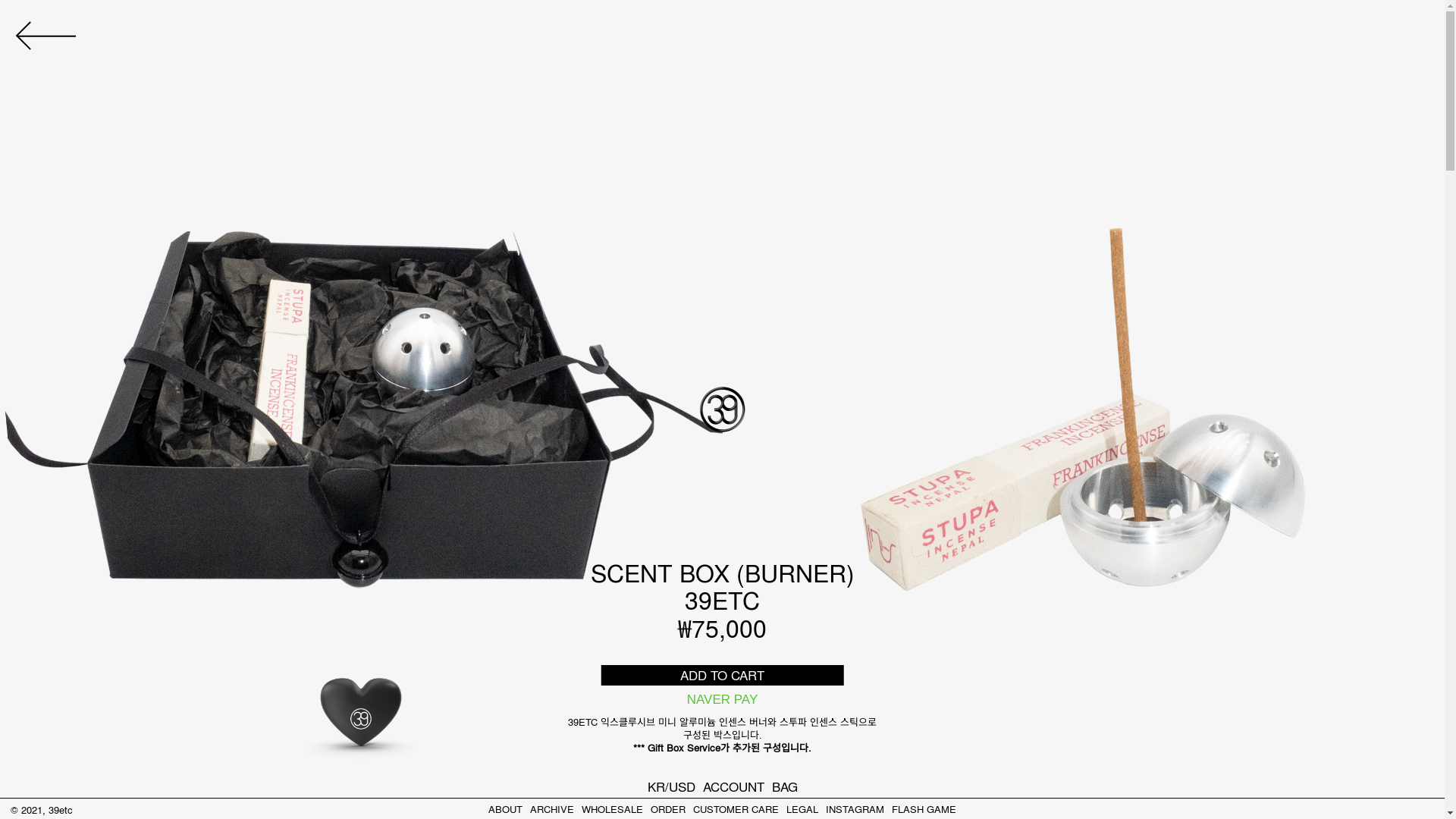  What do you see at coordinates (581, 808) in the screenshot?
I see `'WHOLESALE'` at bounding box center [581, 808].